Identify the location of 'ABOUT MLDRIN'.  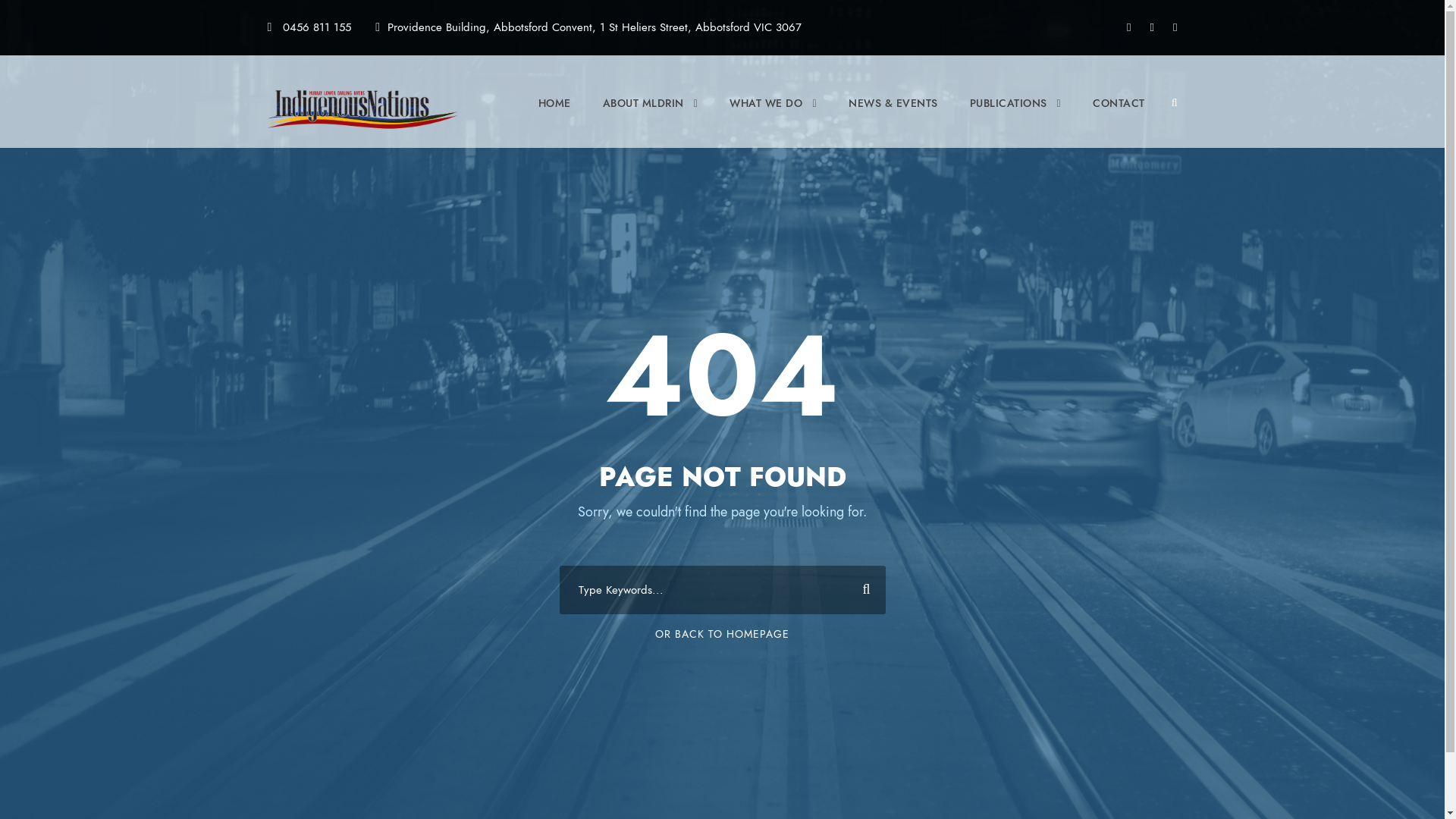
(651, 116).